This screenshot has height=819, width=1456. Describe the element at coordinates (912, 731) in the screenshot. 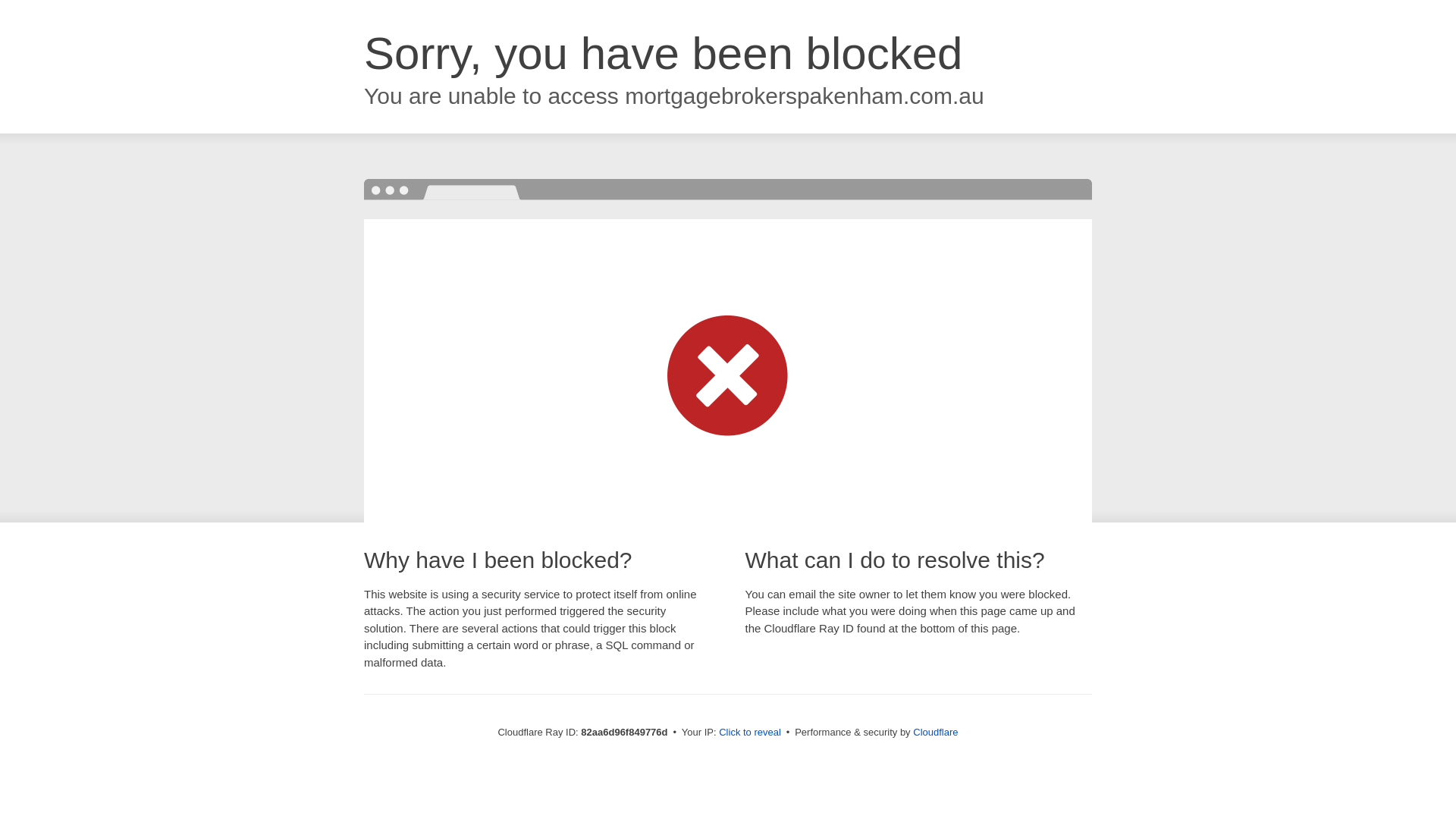

I see `'Cloudflare'` at that location.